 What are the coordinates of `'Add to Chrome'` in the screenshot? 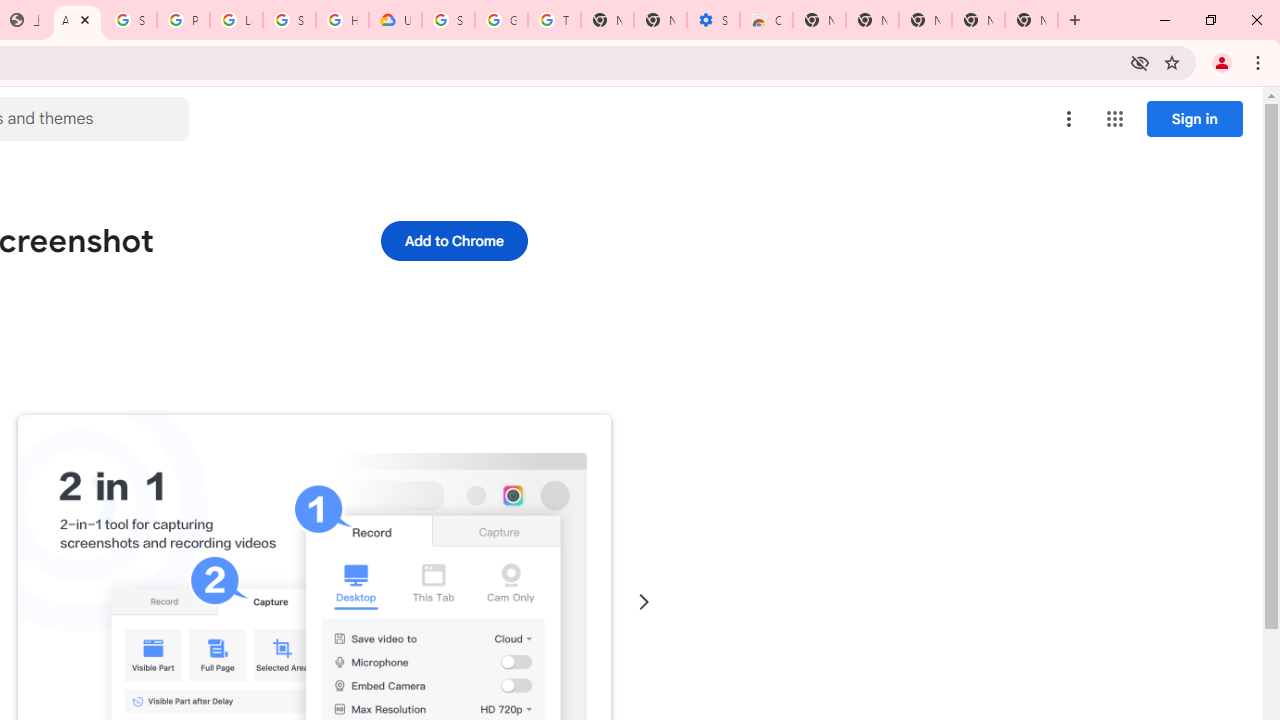 It's located at (452, 239).